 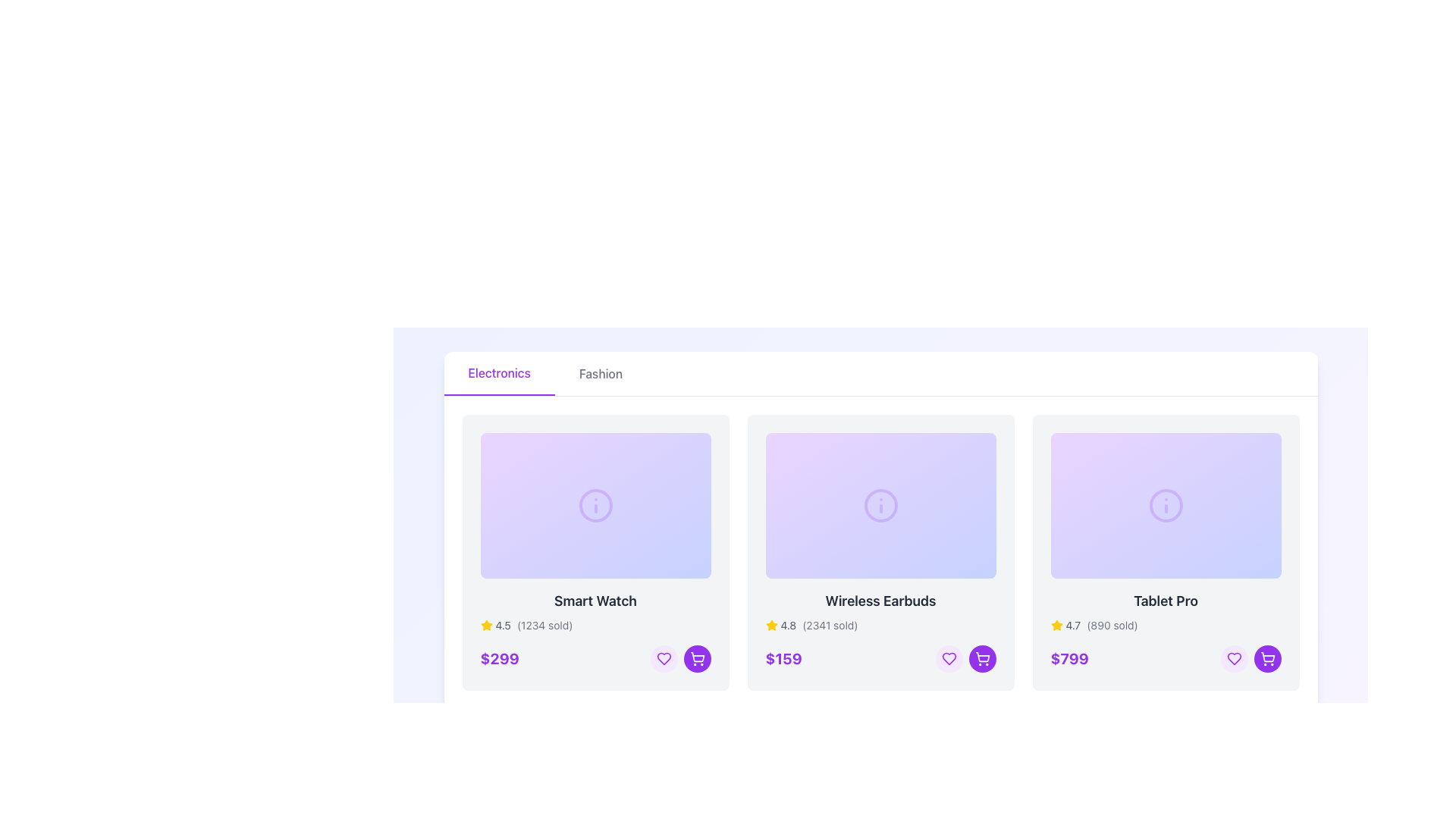 What do you see at coordinates (982, 657) in the screenshot?
I see `the circular purple button with a white shopping cart icon located at the bottom-right of the 'Tablet Pro' product card` at bounding box center [982, 657].